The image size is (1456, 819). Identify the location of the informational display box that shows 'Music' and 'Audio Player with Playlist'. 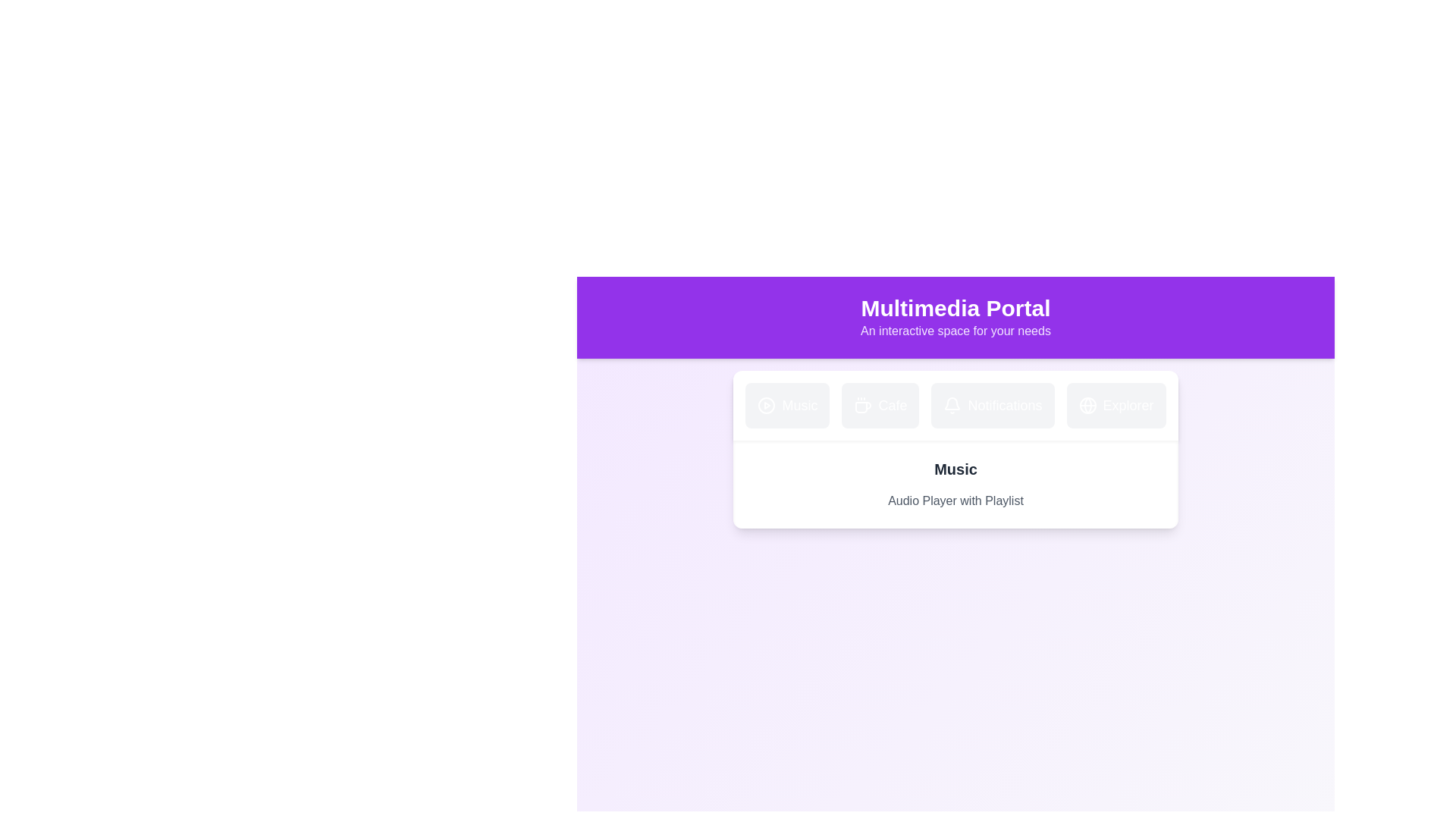
(955, 485).